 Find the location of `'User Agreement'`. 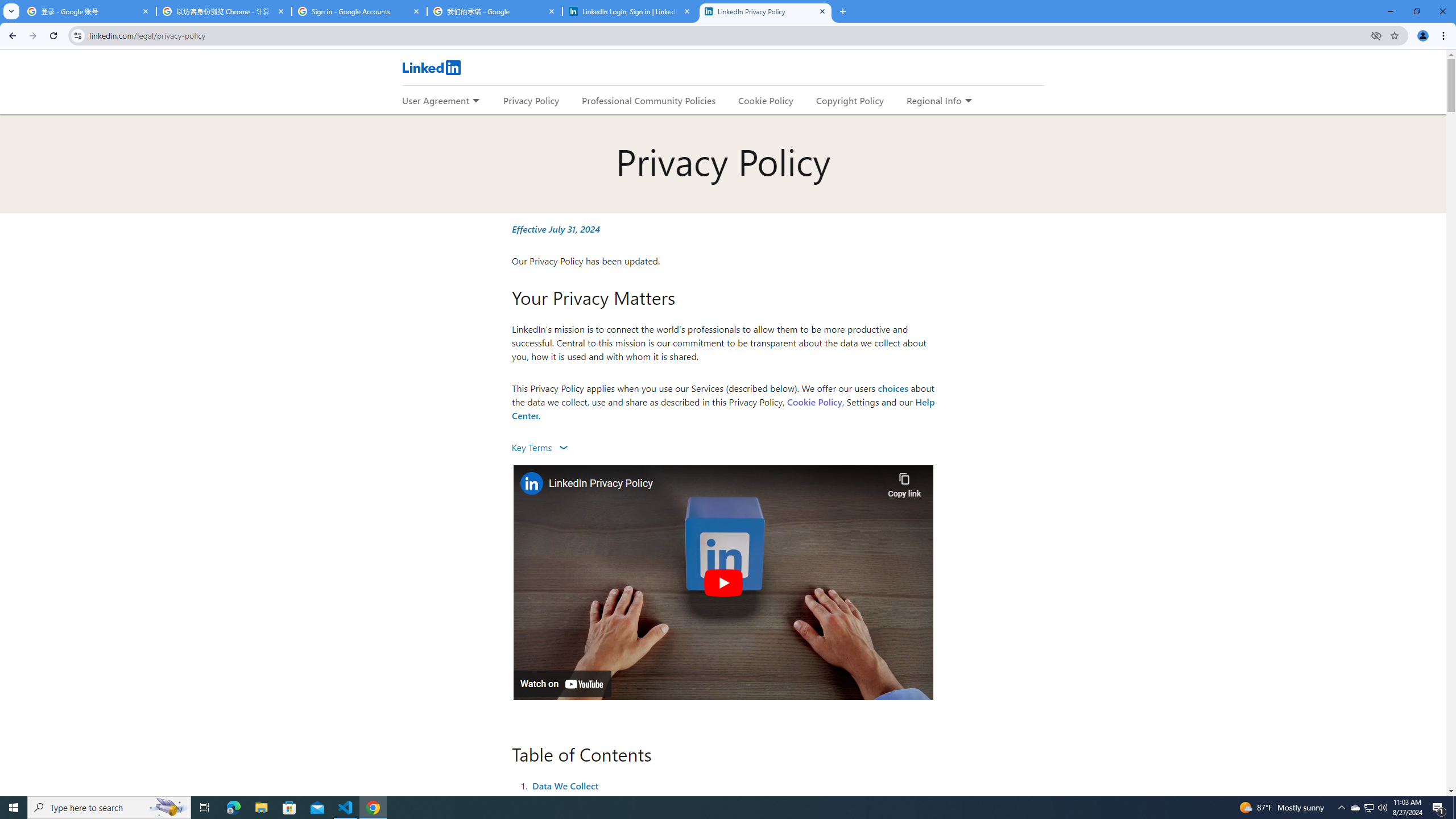

'User Agreement' is located at coordinates (435, 100).